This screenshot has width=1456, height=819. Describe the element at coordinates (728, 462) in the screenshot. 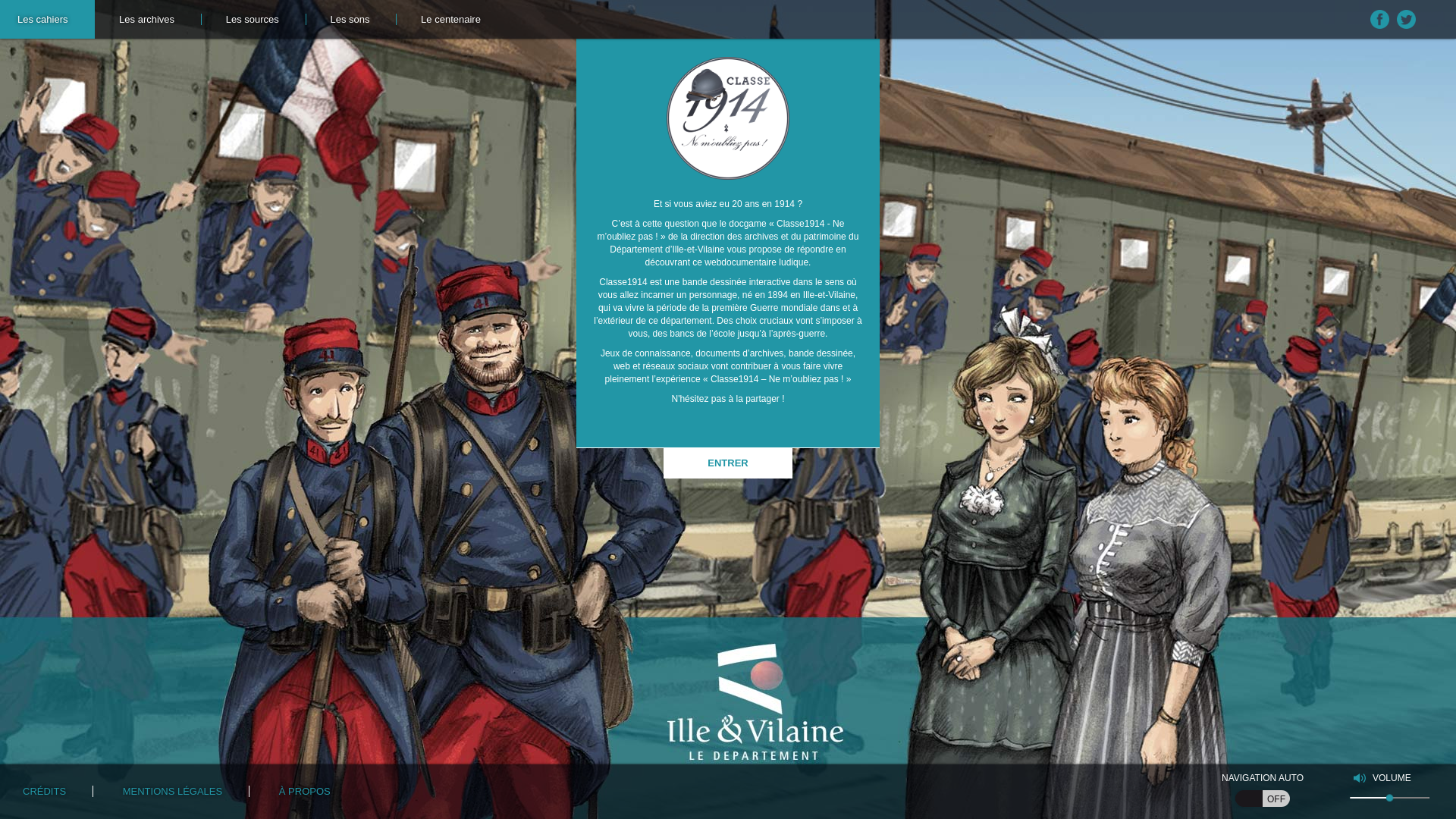

I see `'ENTRER'` at that location.